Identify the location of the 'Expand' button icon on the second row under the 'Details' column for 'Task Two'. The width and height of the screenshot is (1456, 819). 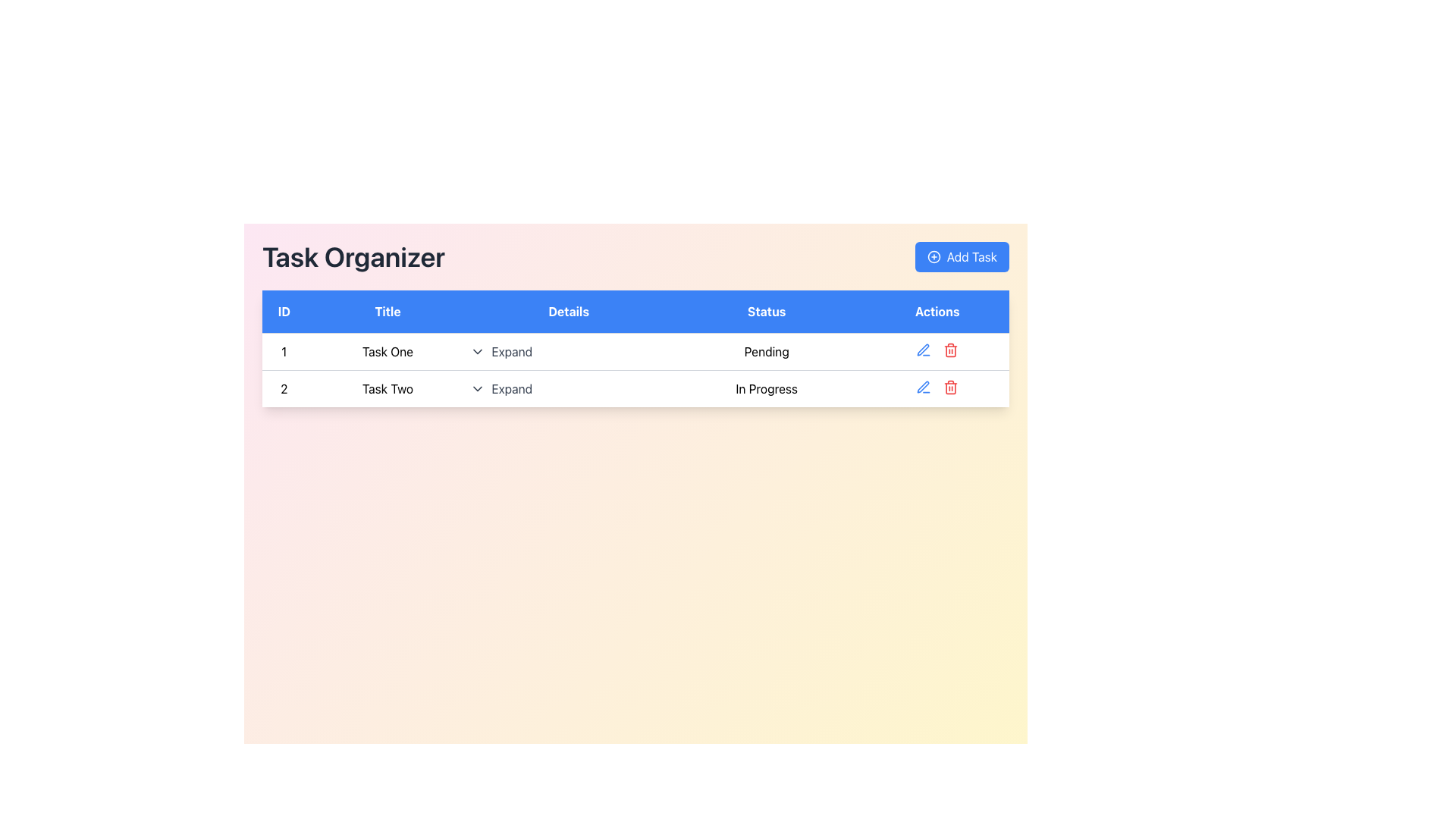
(477, 388).